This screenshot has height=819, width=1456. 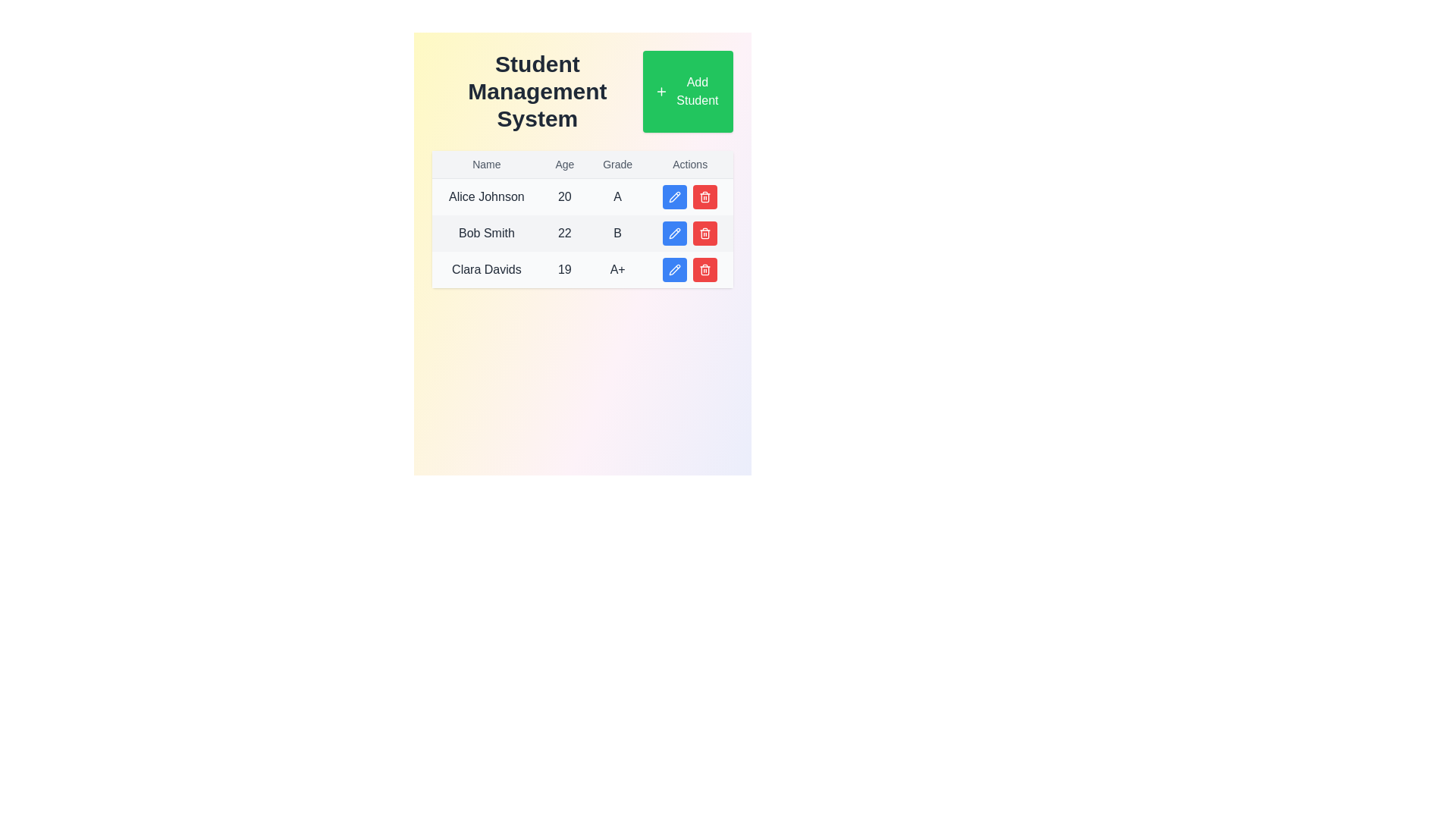 I want to click on the edit button located in the 'Actions' column of the last row of the table, adjacent to the 'Clara Davids' data row, so click(x=674, y=268).